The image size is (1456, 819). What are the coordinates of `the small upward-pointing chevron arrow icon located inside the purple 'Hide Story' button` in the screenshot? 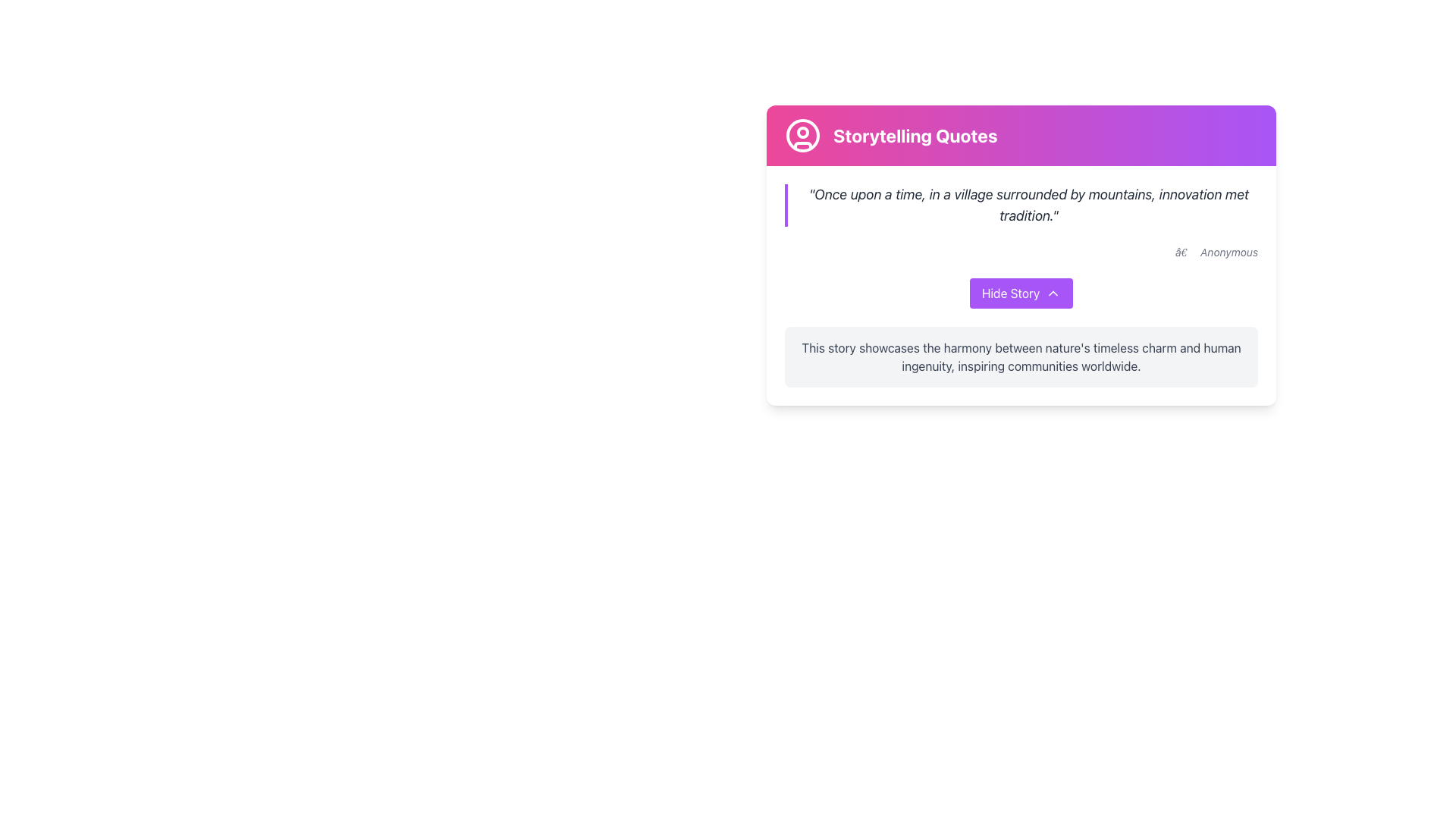 It's located at (1052, 293).